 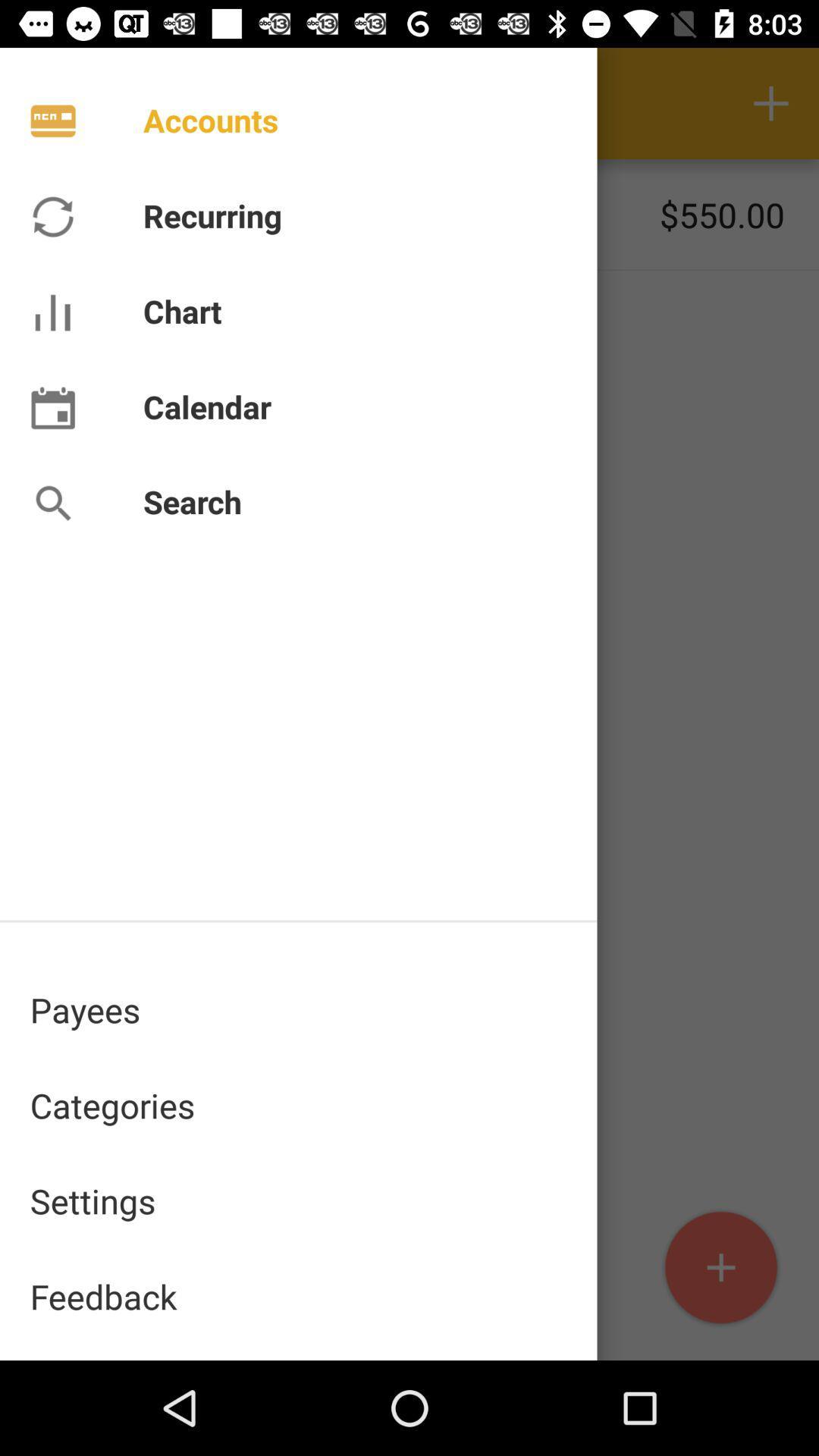 I want to click on the add icon, so click(x=720, y=1268).